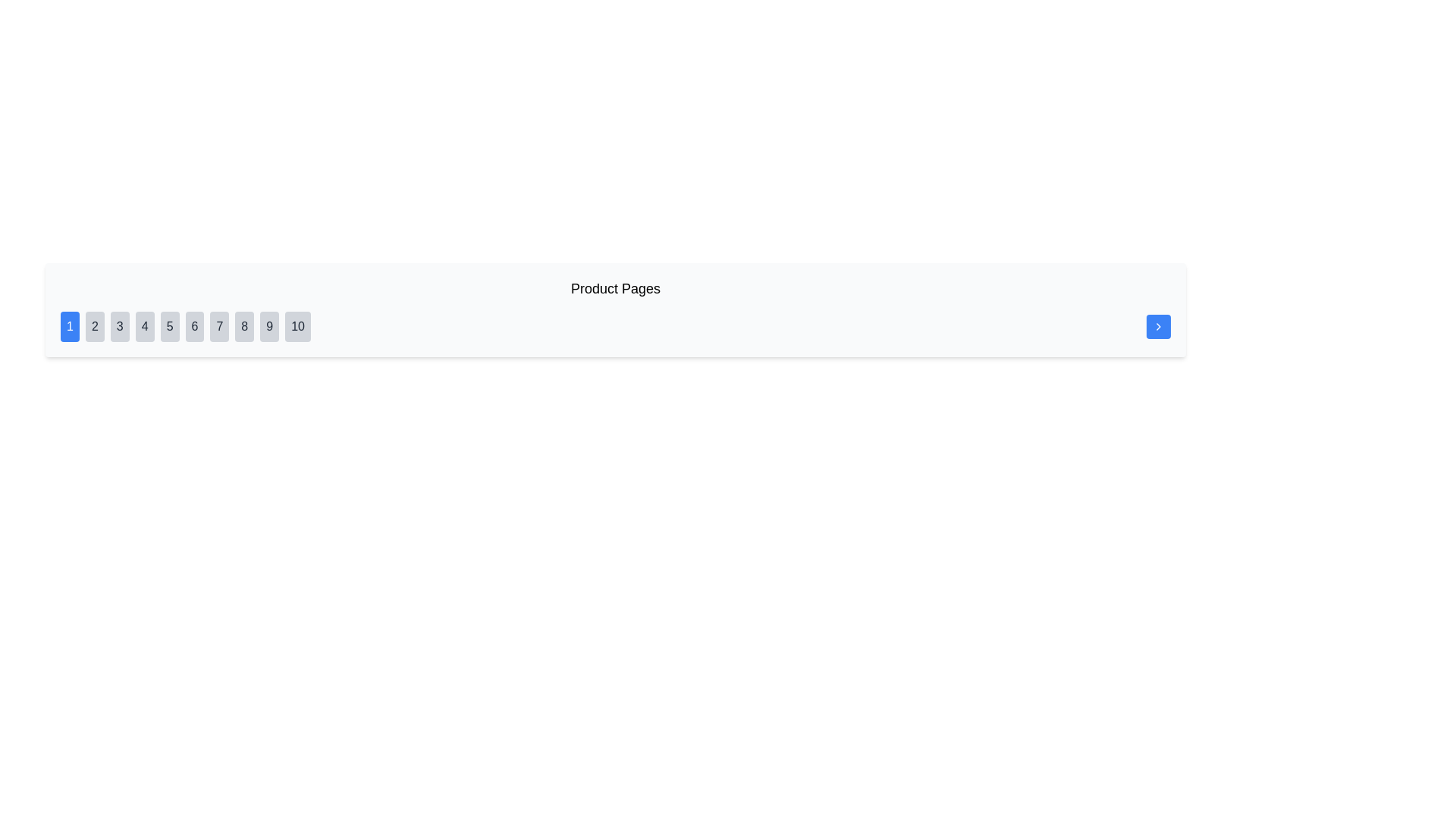 This screenshot has width=1456, height=819. Describe the element at coordinates (119, 326) in the screenshot. I see `the third numbered pagination button` at that location.